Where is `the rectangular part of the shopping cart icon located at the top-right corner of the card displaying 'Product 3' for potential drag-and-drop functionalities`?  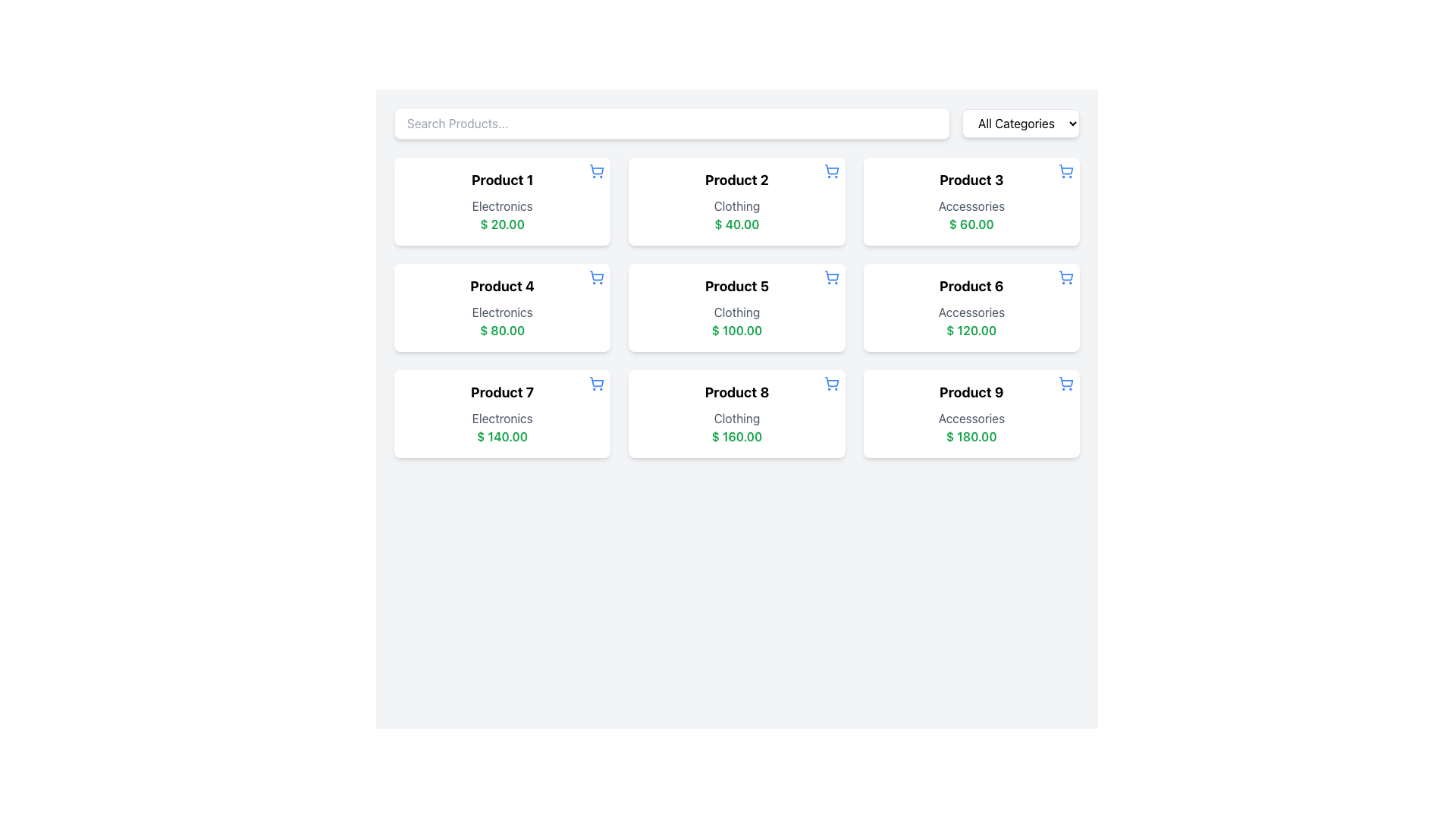
the rectangular part of the shopping cart icon located at the top-right corner of the card displaying 'Product 3' for potential drag-and-drop functionalities is located at coordinates (1065, 169).